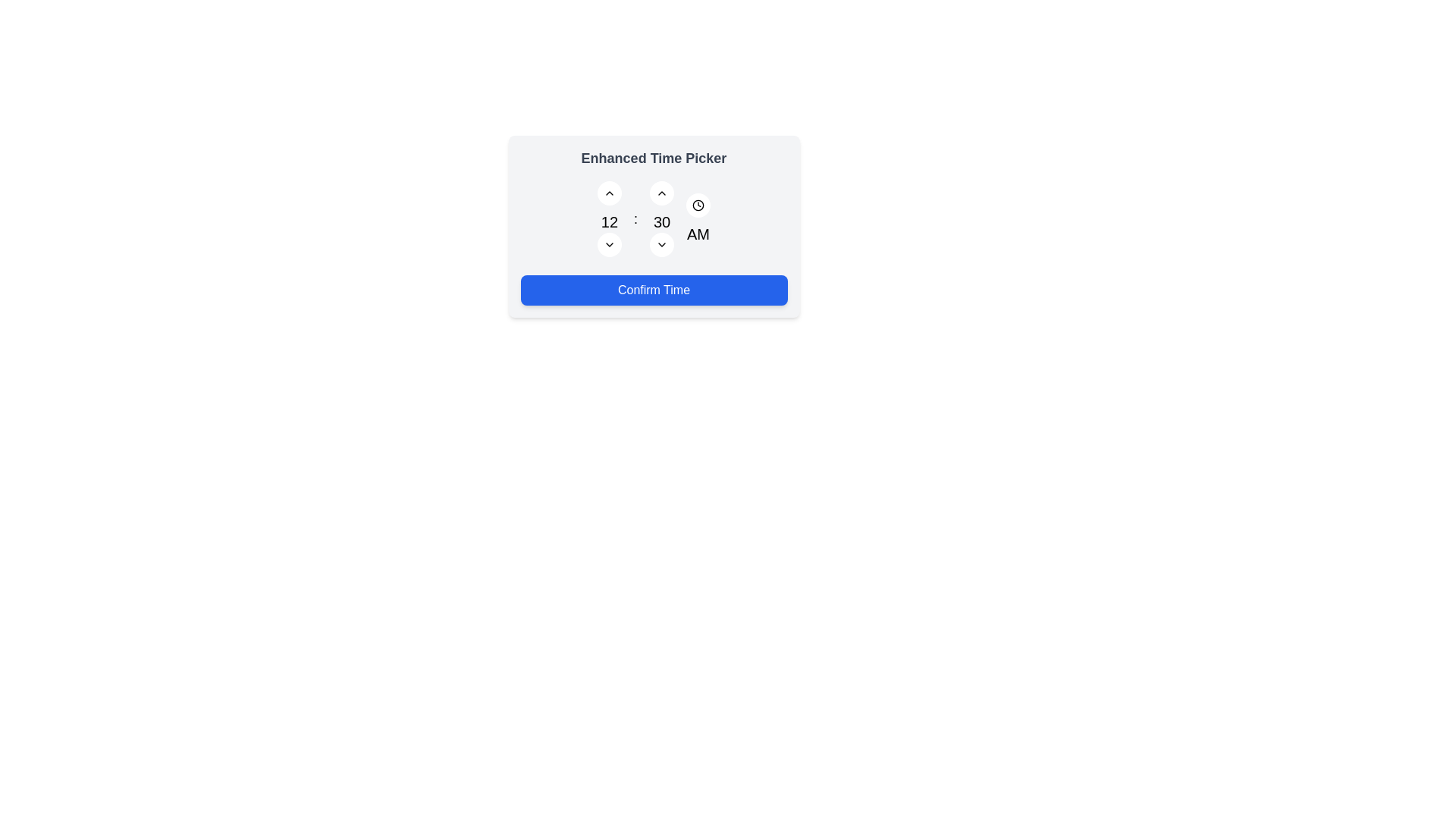 Image resolution: width=1456 pixels, height=819 pixels. What do you see at coordinates (698, 205) in the screenshot?
I see `the circular shape representing the clock face within the SVG clock icon, located to the right of the time display and above the 'AM' indicator` at bounding box center [698, 205].